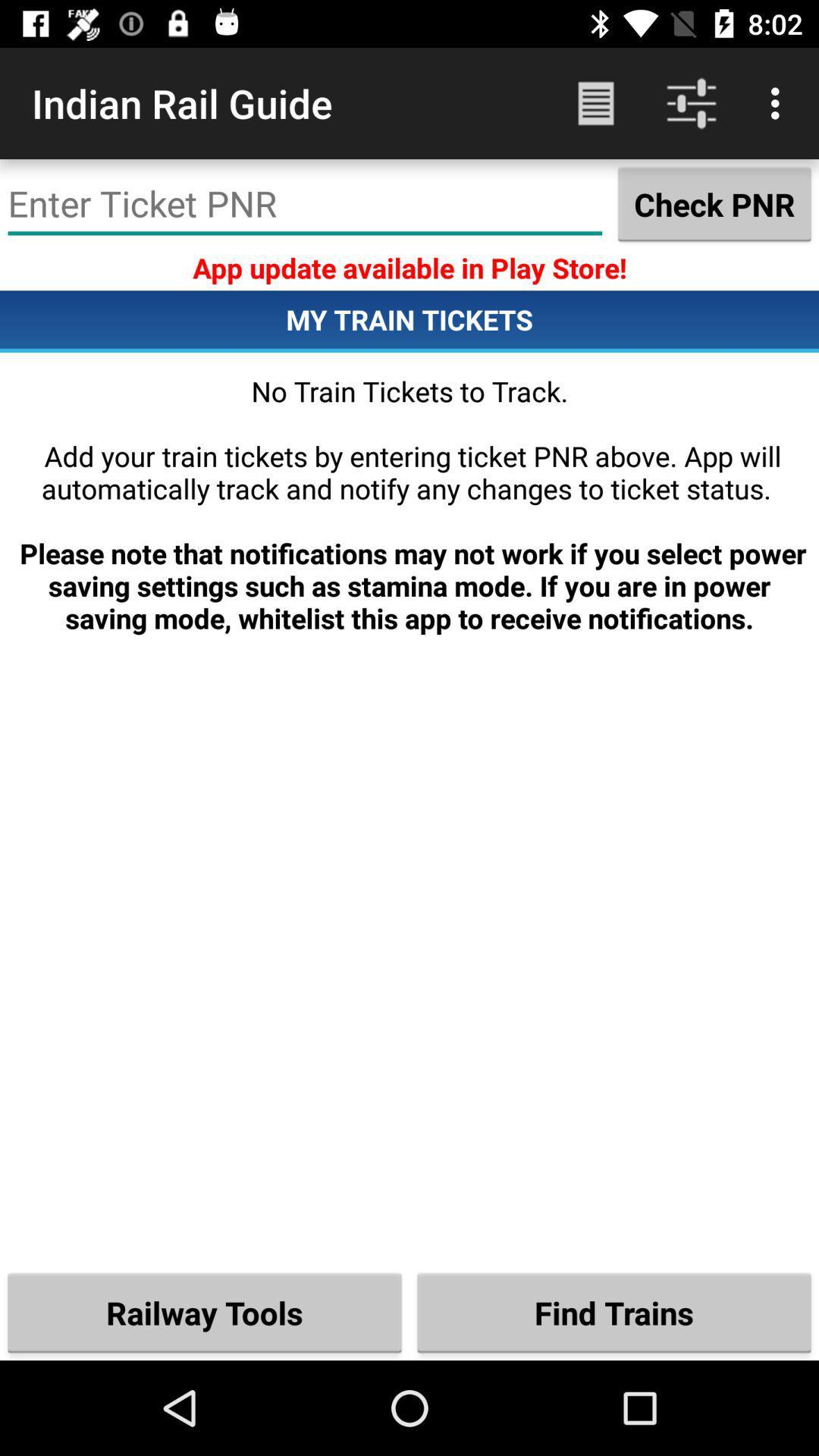 The height and width of the screenshot is (1456, 819). Describe the element at coordinates (205, 1312) in the screenshot. I see `the railway tools` at that location.